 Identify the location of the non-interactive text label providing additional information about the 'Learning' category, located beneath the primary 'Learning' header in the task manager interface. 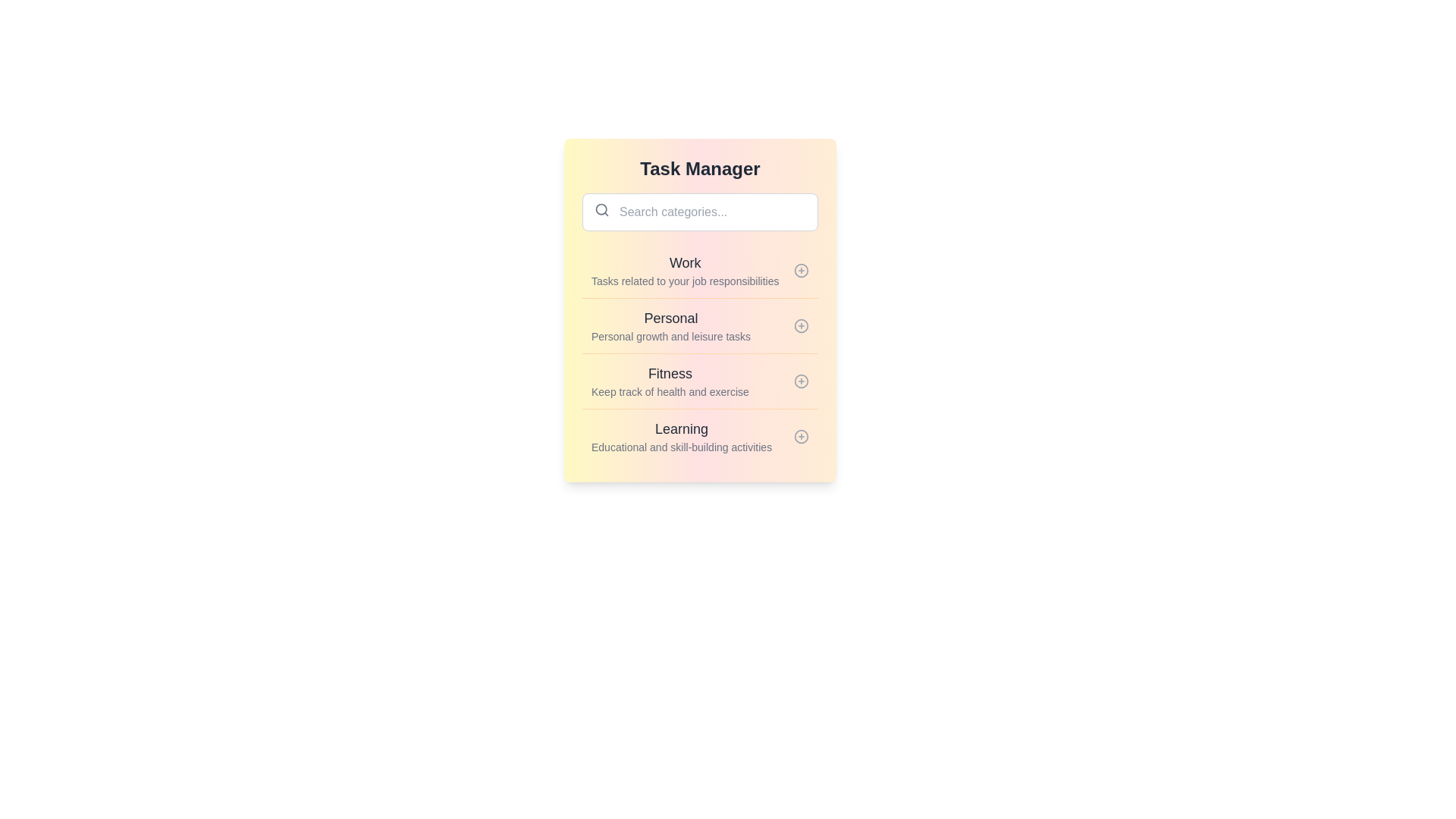
(681, 447).